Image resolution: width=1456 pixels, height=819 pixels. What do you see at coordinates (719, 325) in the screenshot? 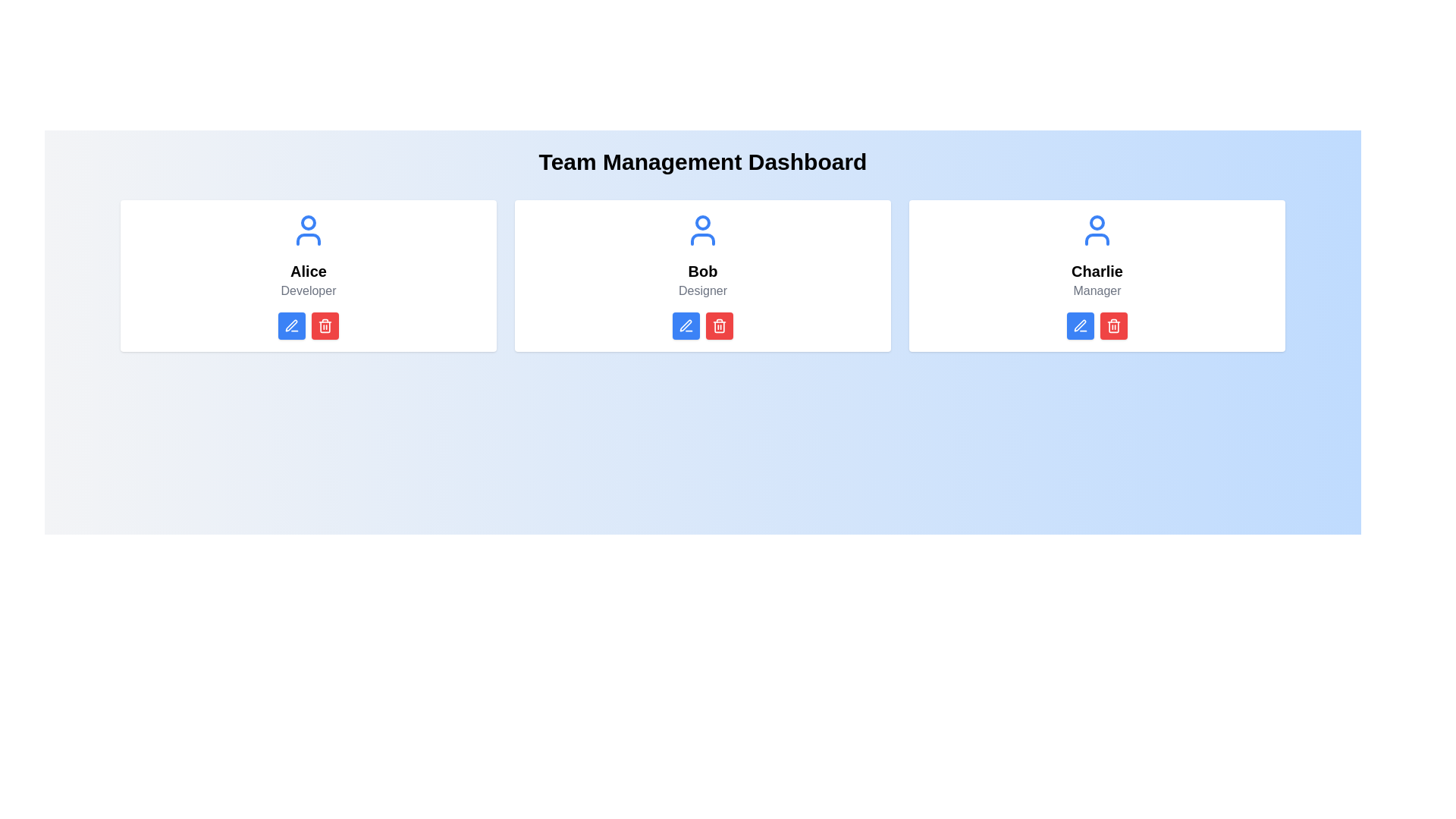
I see `the delete button represented by a trash can icon located at the bottom right corner of the second card under user 'Bob' to initiate a delete action` at bounding box center [719, 325].